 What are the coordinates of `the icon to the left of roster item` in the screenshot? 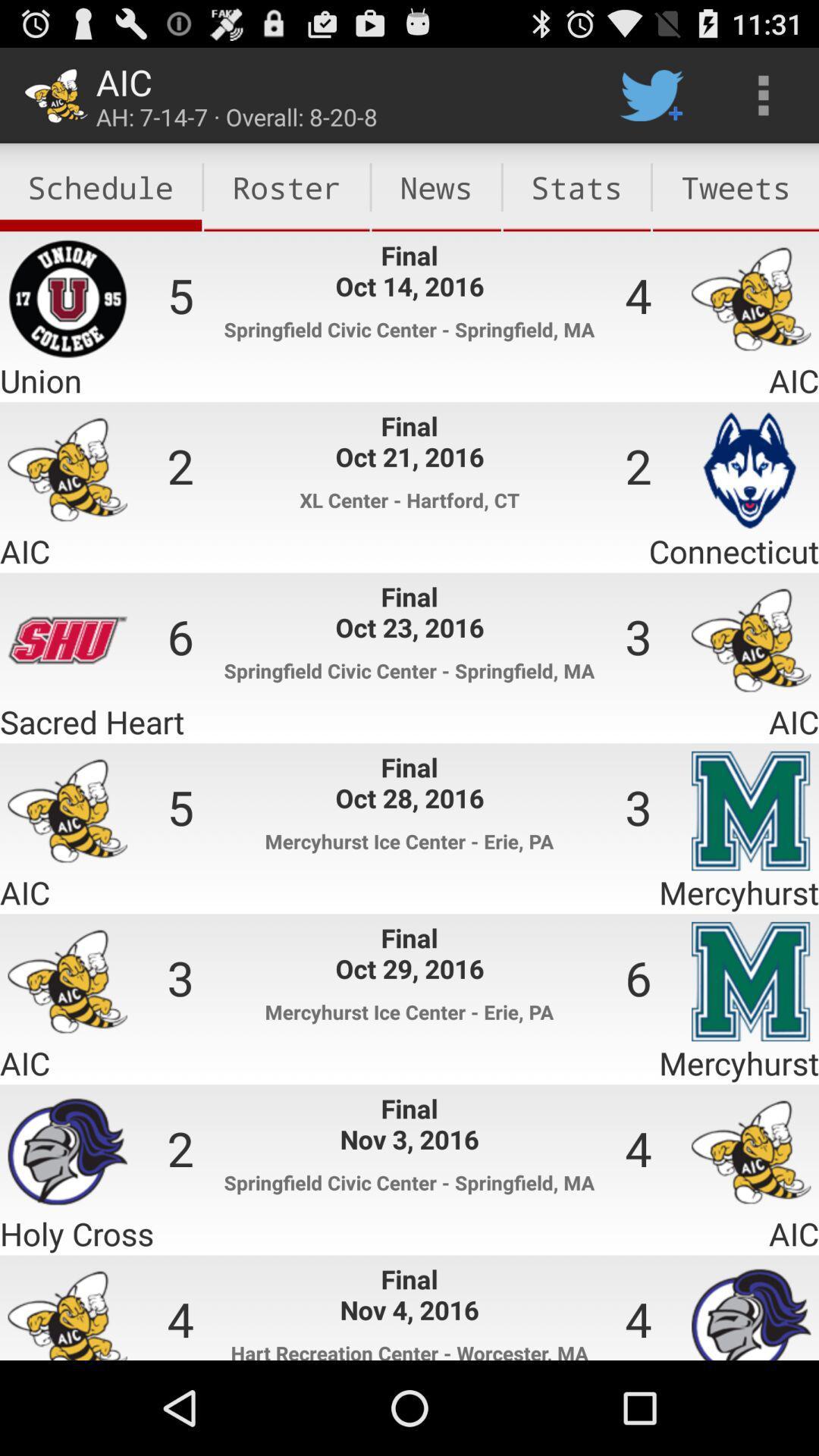 It's located at (101, 187).